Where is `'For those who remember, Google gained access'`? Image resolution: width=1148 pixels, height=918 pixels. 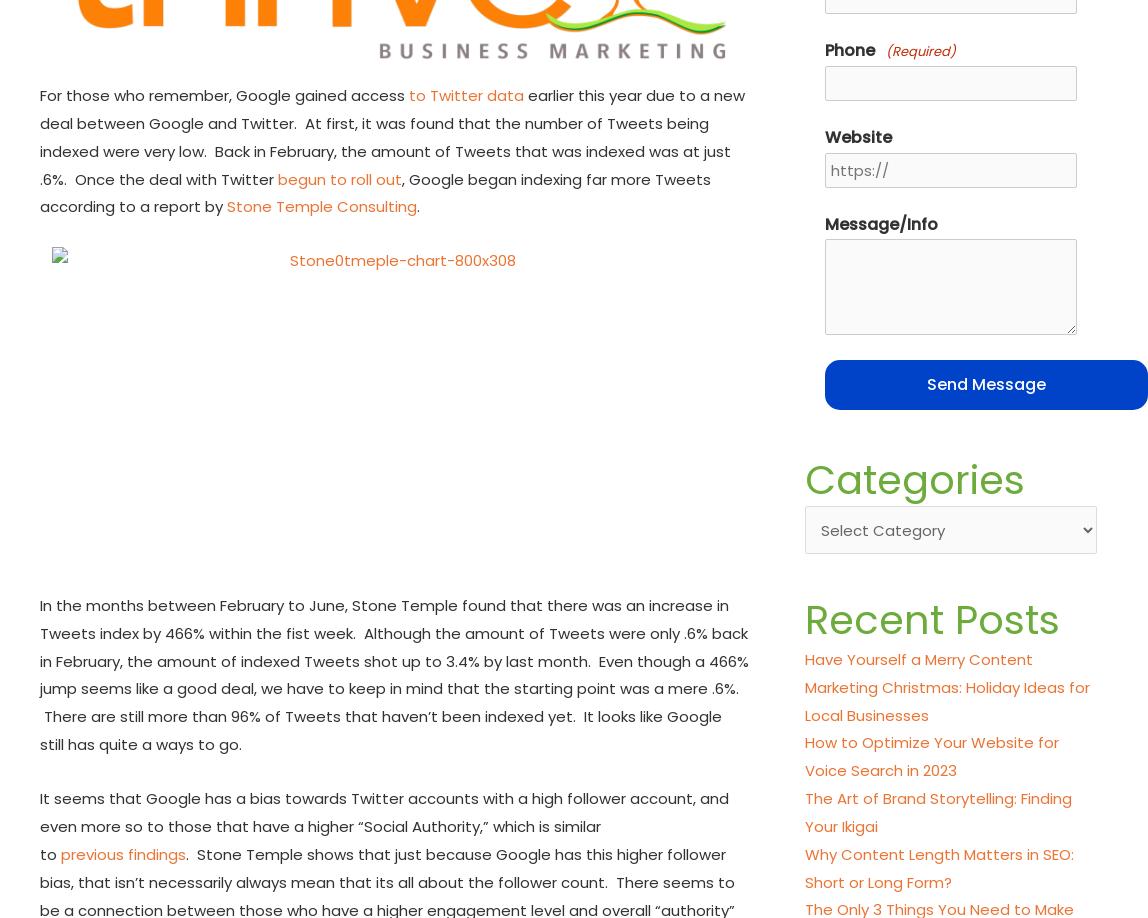 'For those who remember, Google gained access' is located at coordinates (39, 94).